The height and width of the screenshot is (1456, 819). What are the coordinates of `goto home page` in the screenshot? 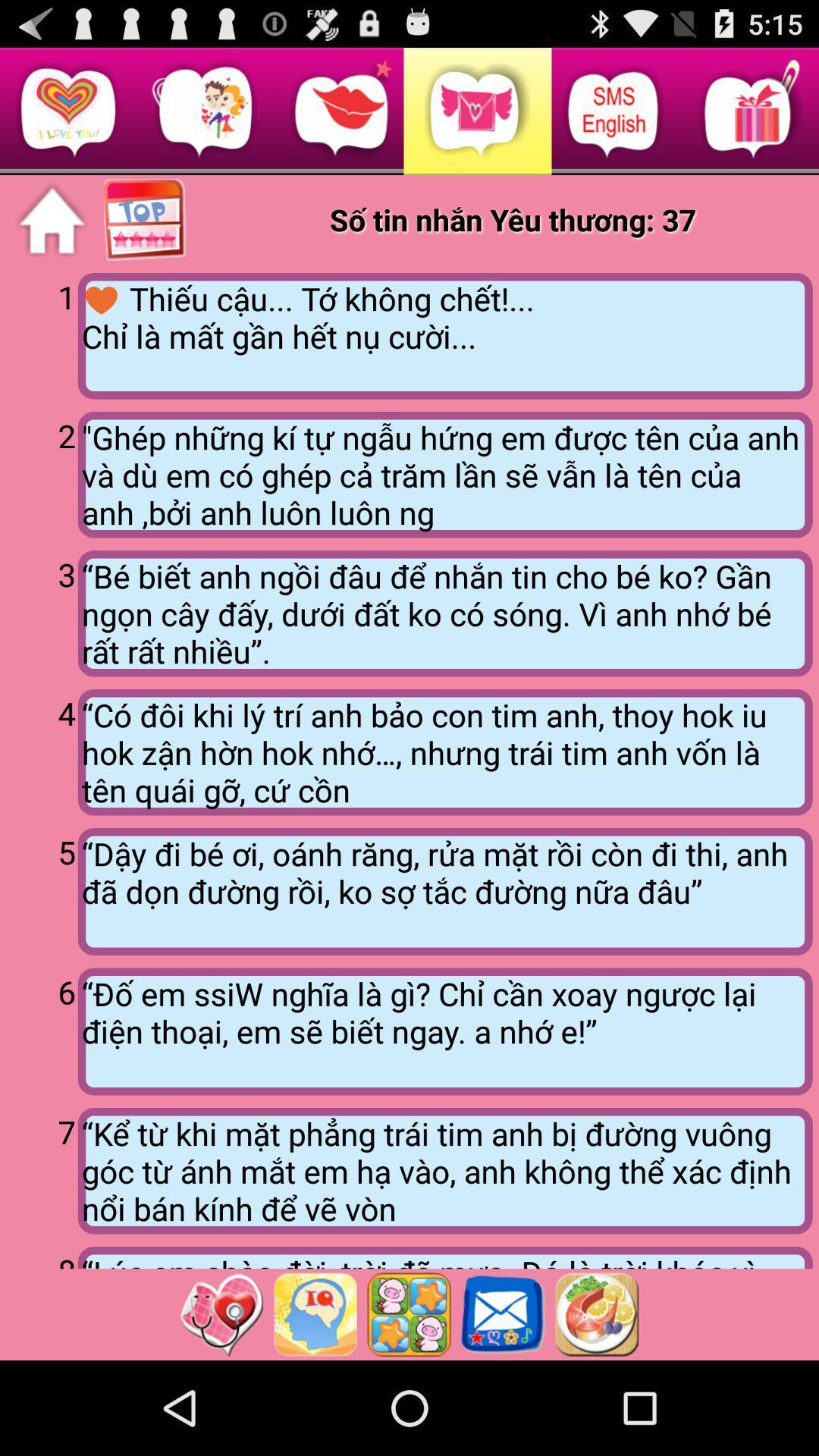 It's located at (51, 220).